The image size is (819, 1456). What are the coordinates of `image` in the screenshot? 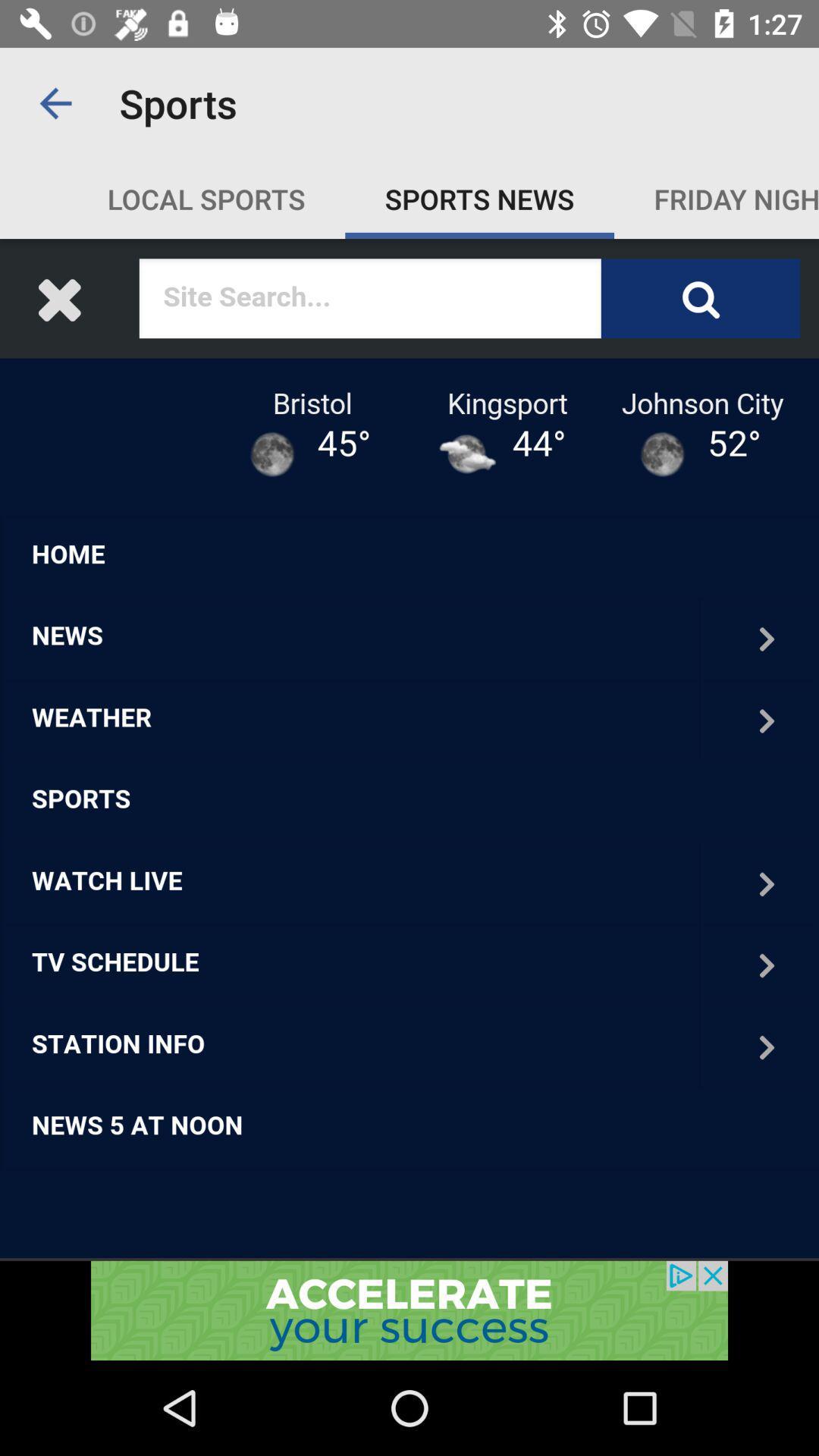 It's located at (409, 749).